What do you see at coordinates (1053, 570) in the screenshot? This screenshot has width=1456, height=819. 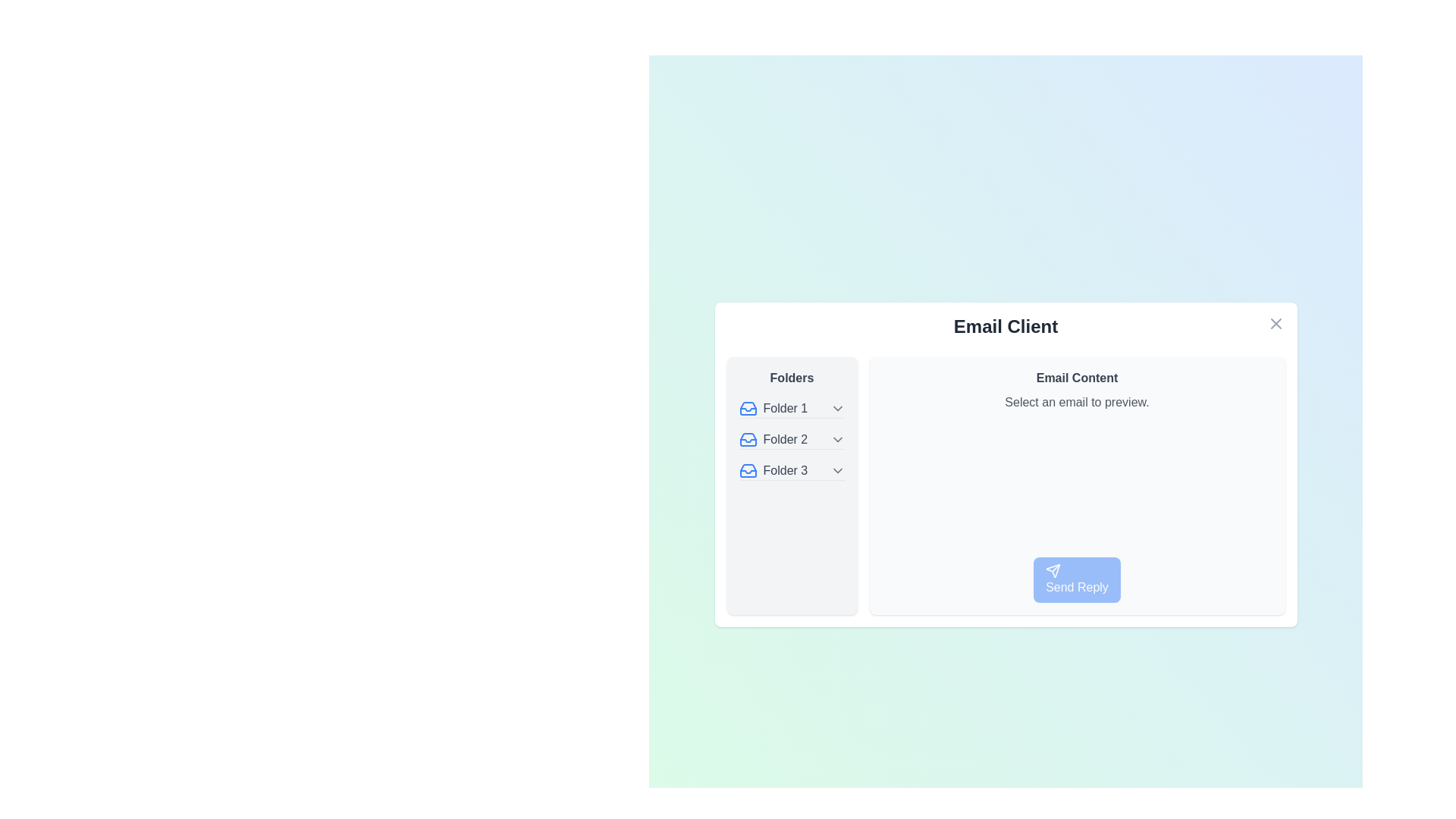 I see `the decorative icon located within the 'Send Reply' button, positioned towards the left edge adjacent to the text label 'Send Reply'` at bounding box center [1053, 570].